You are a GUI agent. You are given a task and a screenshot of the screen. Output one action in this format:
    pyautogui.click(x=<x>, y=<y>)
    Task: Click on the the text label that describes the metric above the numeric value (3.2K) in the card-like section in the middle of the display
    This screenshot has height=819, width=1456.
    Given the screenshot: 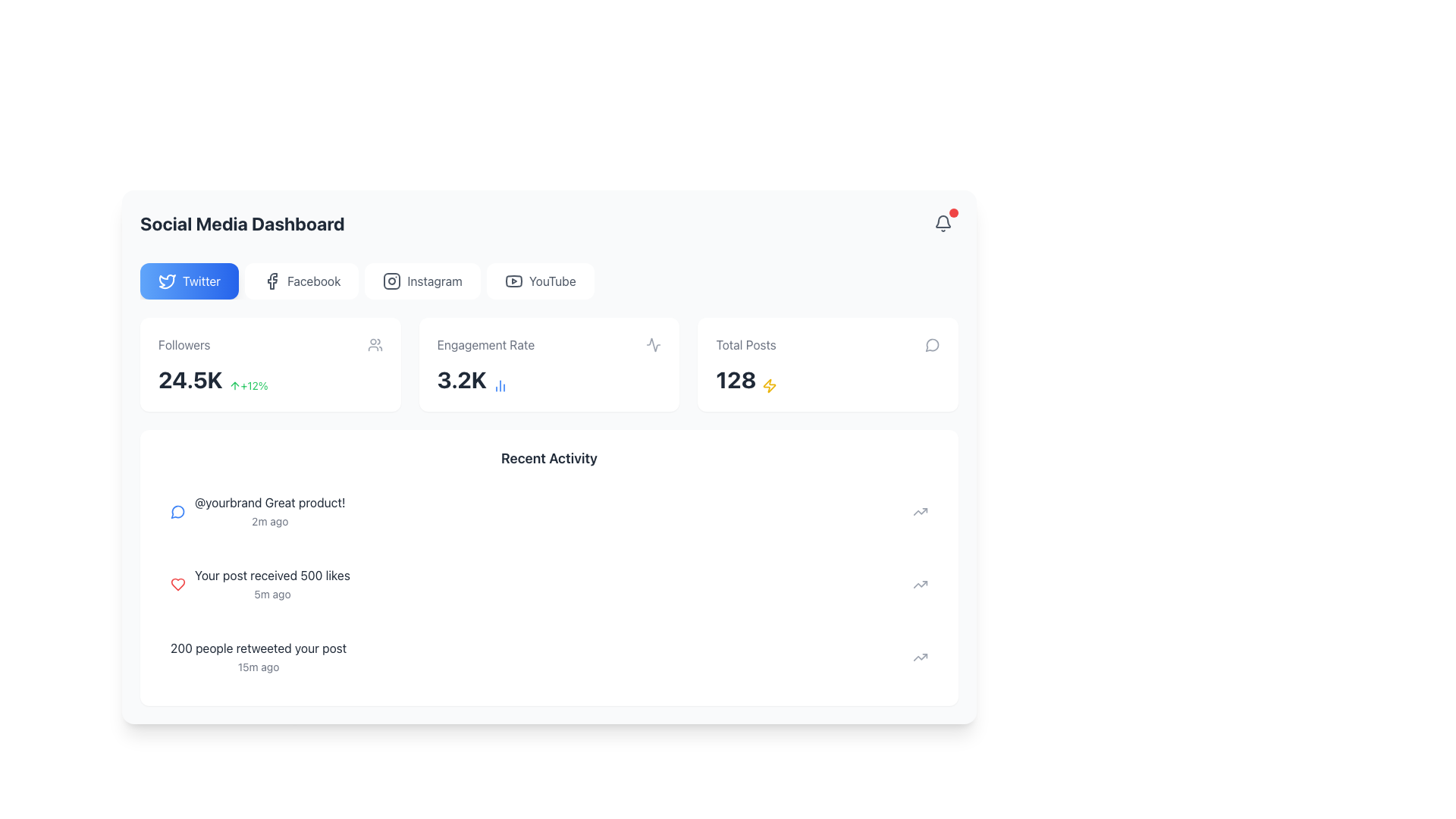 What is the action you would take?
    pyautogui.click(x=485, y=345)
    